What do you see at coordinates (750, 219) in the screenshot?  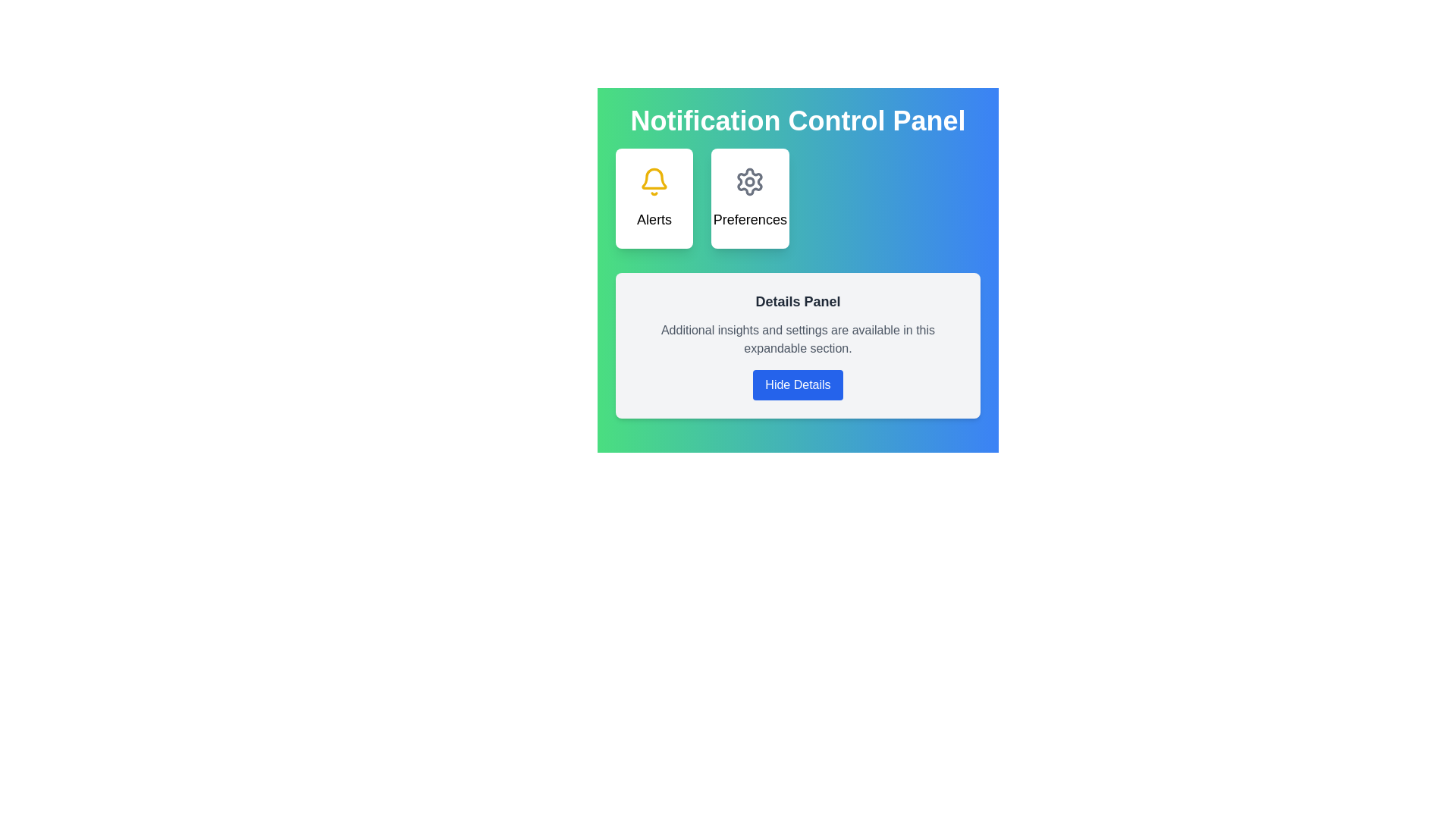 I see `the 'Preferences' text label, which is styled in a medium font weight and large text size, located in the bottom part of the card beneath a gear icon` at bounding box center [750, 219].